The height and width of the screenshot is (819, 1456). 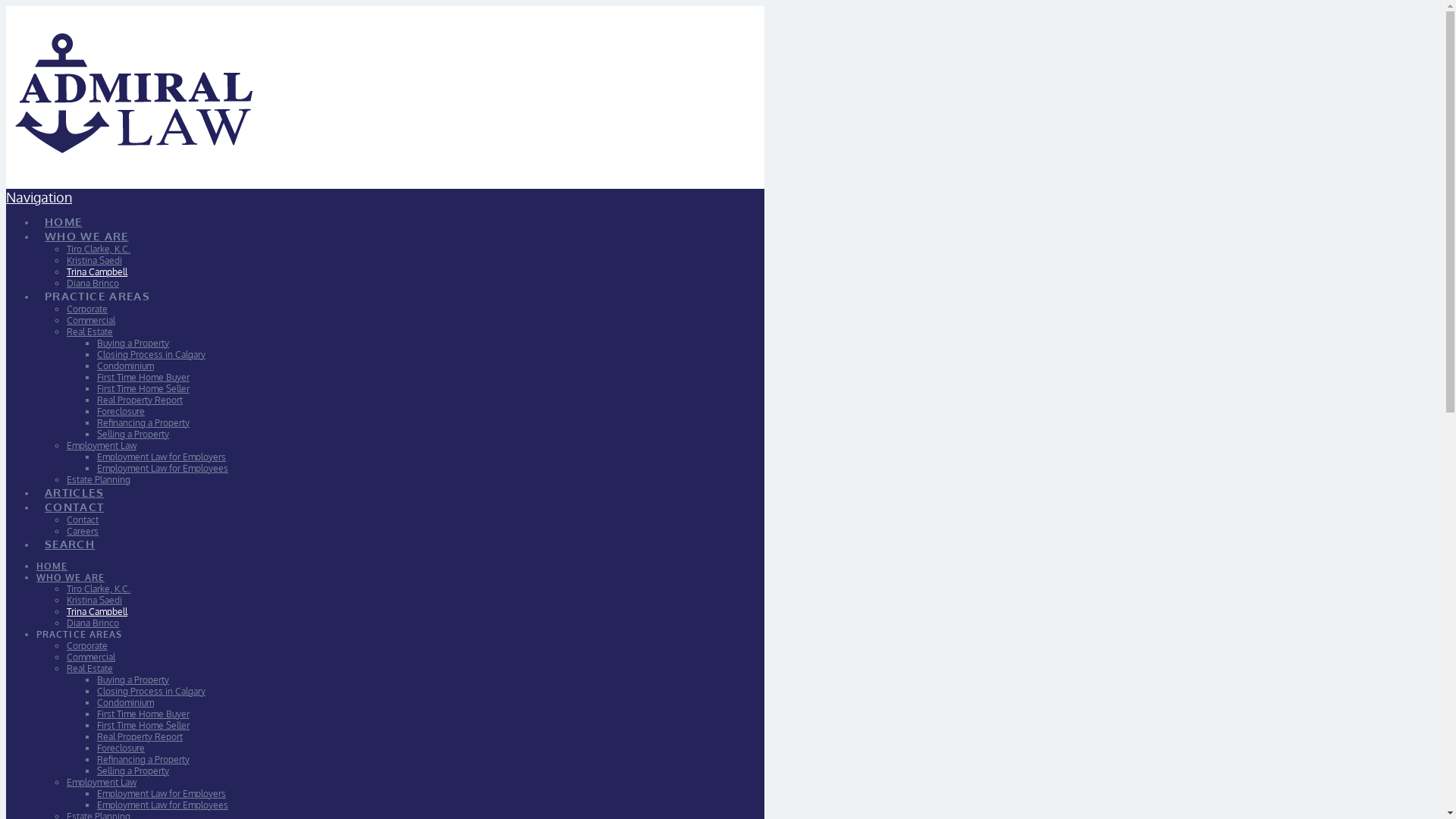 What do you see at coordinates (97, 248) in the screenshot?
I see `'Tiro Clarke, K.C.'` at bounding box center [97, 248].